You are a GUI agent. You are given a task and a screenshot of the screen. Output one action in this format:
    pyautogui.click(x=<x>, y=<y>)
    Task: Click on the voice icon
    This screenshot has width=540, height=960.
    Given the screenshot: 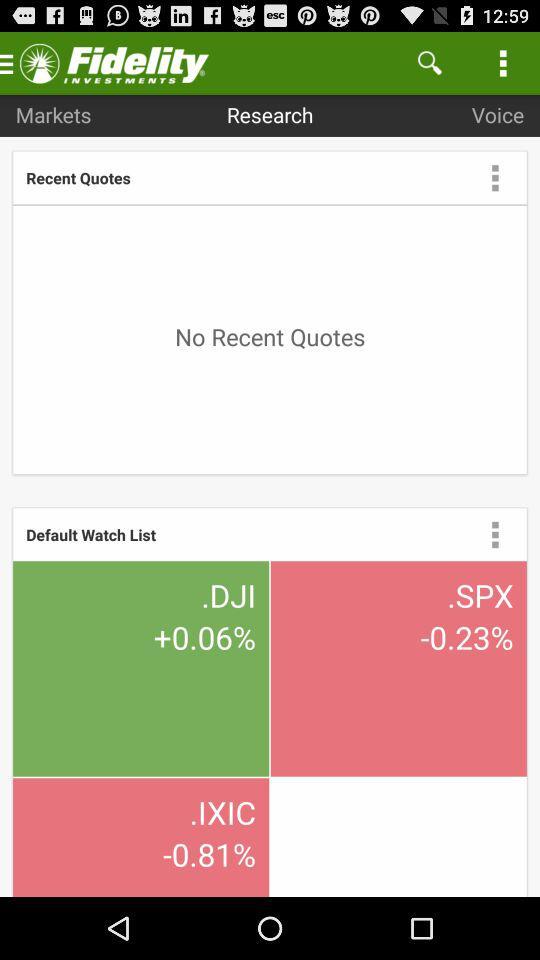 What is the action you would take?
    pyautogui.click(x=496, y=114)
    